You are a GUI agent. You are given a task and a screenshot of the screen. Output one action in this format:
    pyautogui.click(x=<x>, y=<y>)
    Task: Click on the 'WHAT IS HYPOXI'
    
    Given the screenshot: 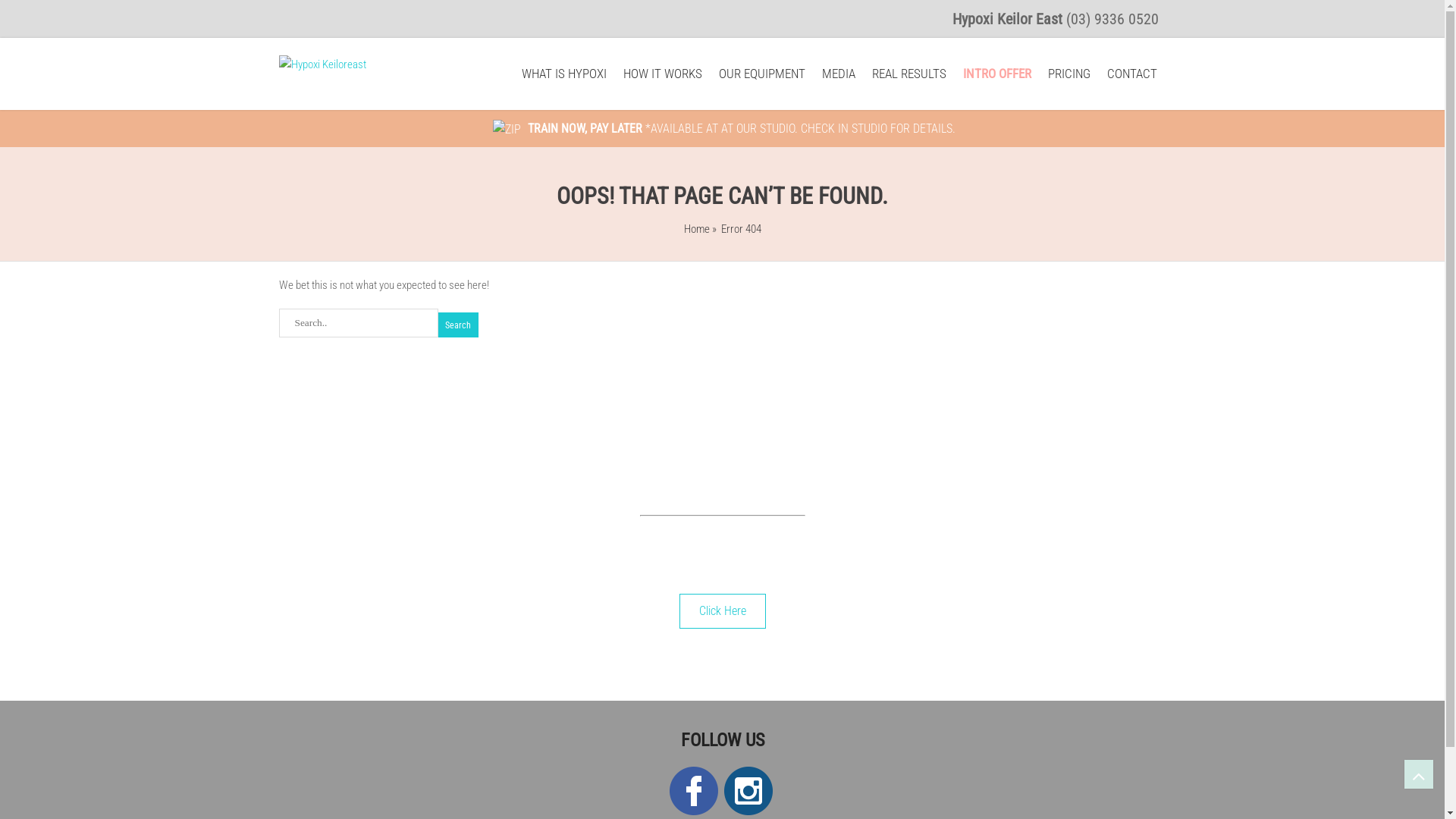 What is the action you would take?
    pyautogui.click(x=563, y=74)
    